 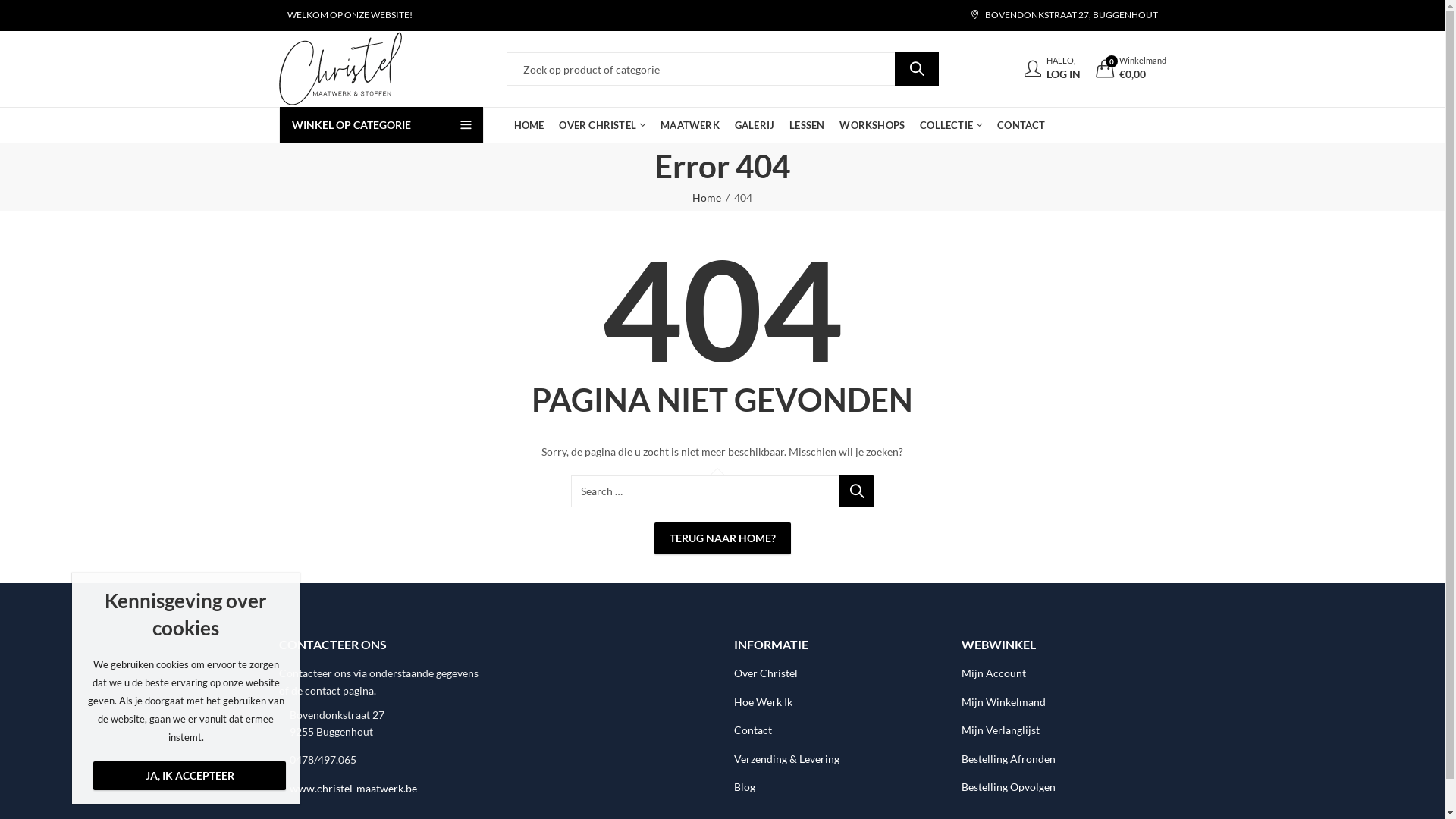 What do you see at coordinates (689, 124) in the screenshot?
I see `'MAATWERK'` at bounding box center [689, 124].